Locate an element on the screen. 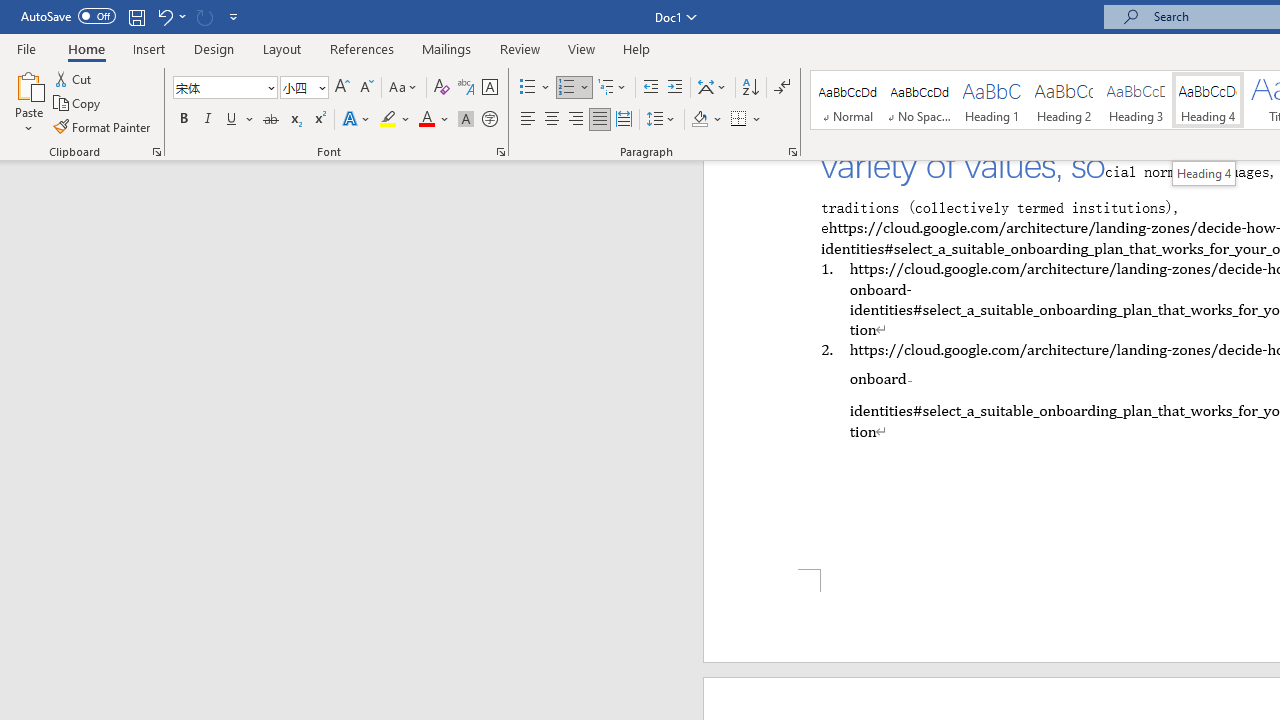  'Underline' is located at coordinates (232, 119).